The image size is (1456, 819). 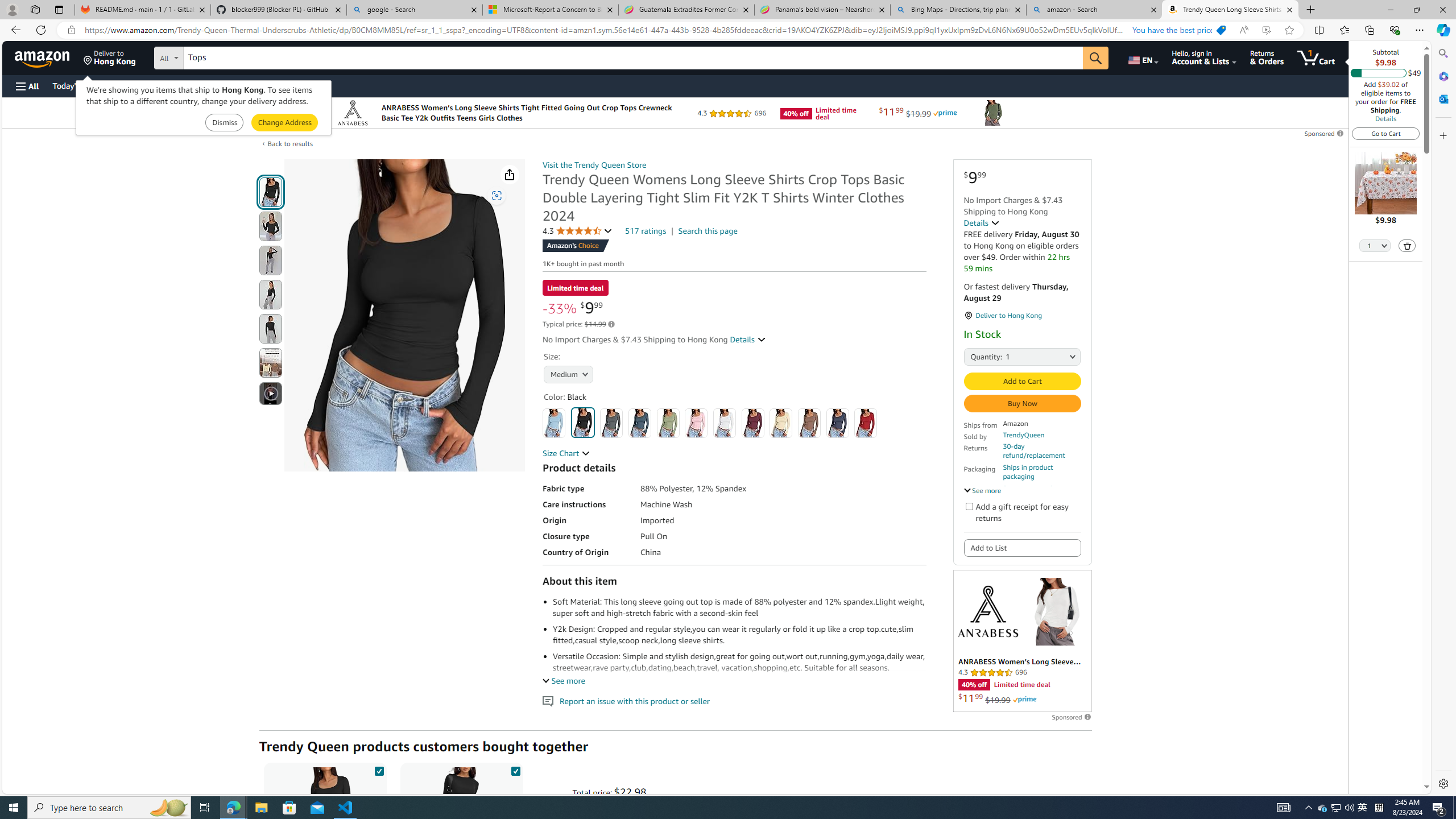 What do you see at coordinates (1022, 640) in the screenshot?
I see `'Sponsored ad'` at bounding box center [1022, 640].